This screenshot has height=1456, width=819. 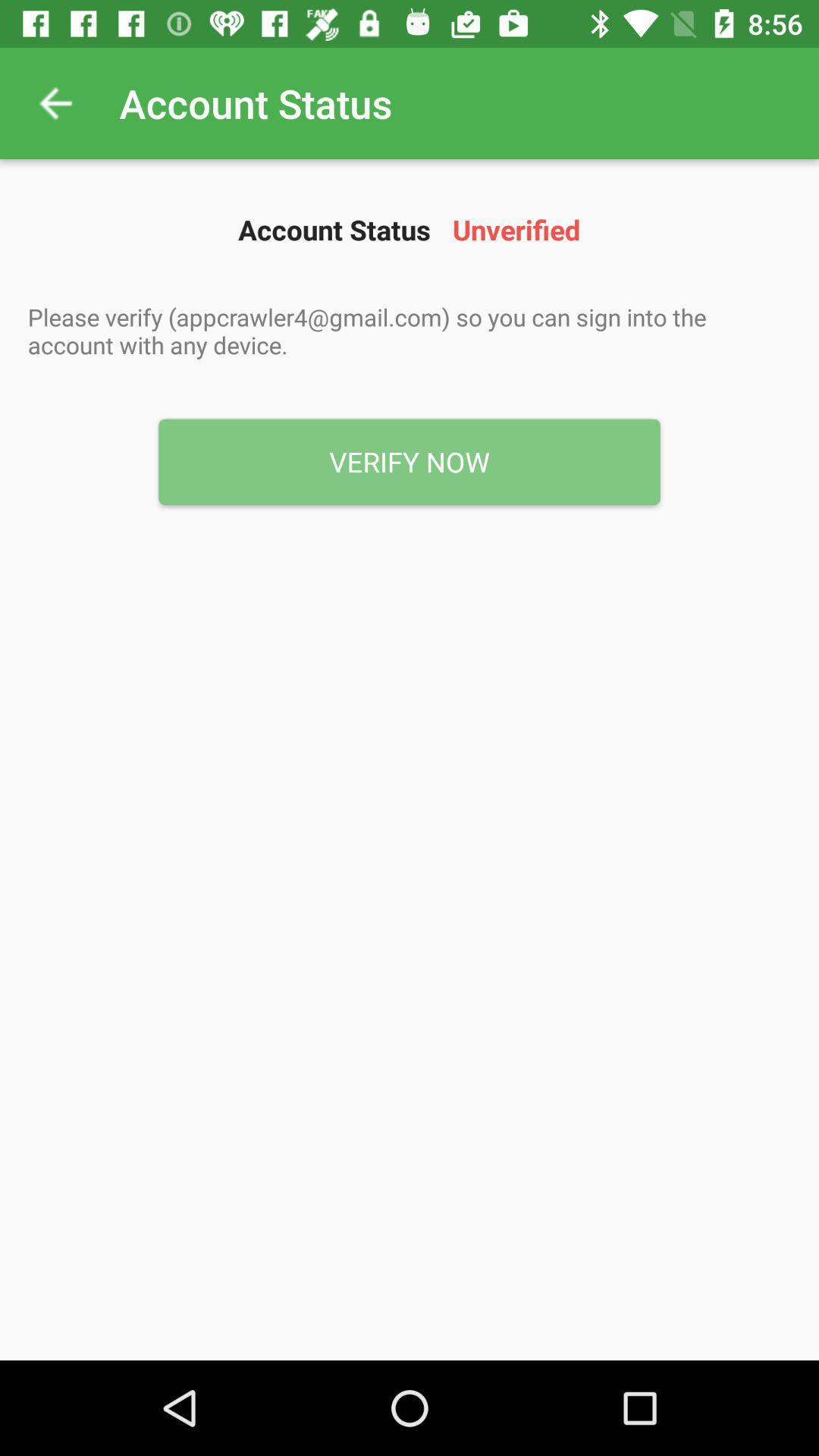 What do you see at coordinates (55, 102) in the screenshot?
I see `icon to the left of the account status app` at bounding box center [55, 102].